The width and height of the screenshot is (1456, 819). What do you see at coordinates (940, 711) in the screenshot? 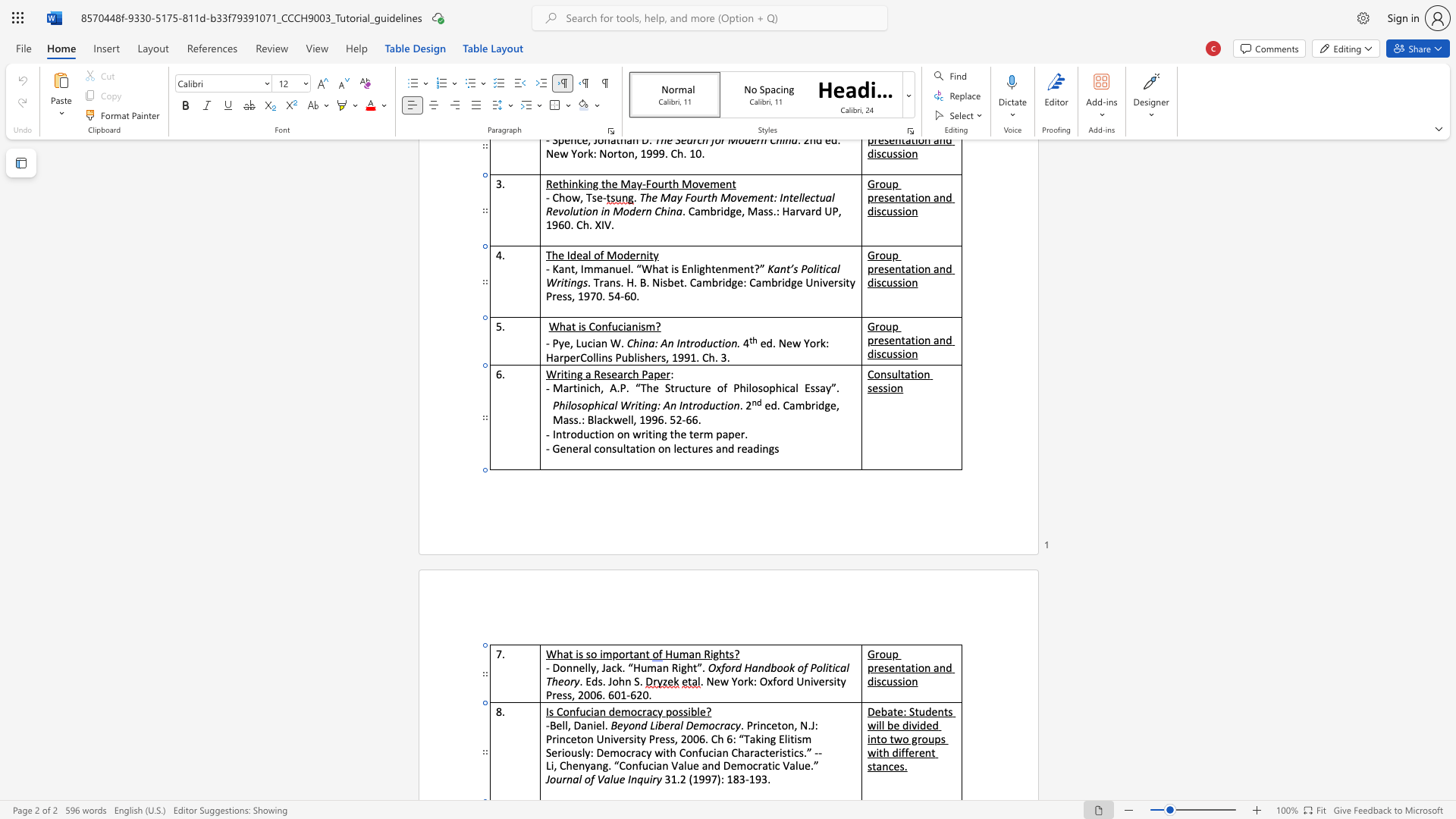
I see `the 1th character "n" in the text` at bounding box center [940, 711].